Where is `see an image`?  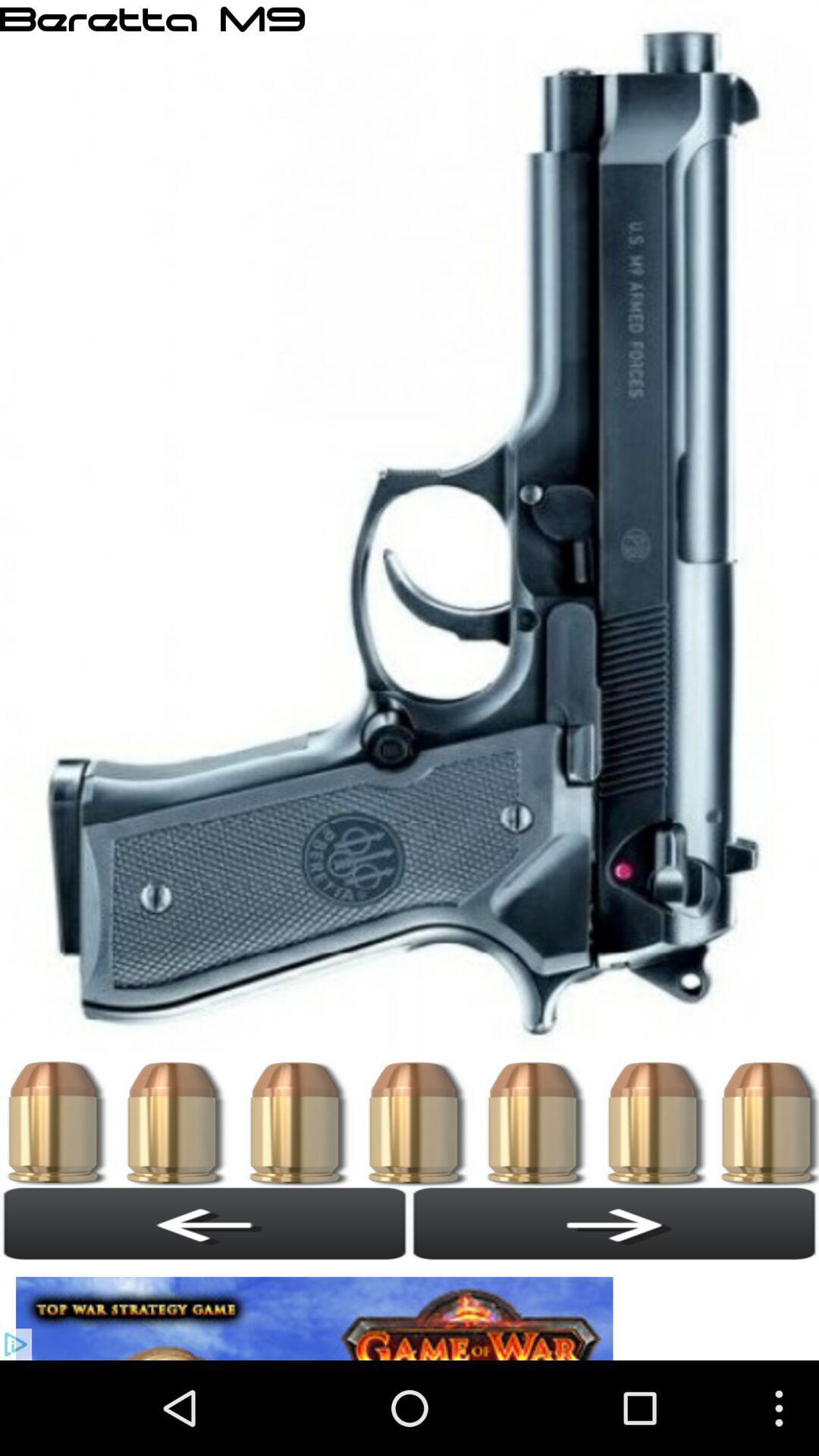 see an image is located at coordinates (318, 1310).